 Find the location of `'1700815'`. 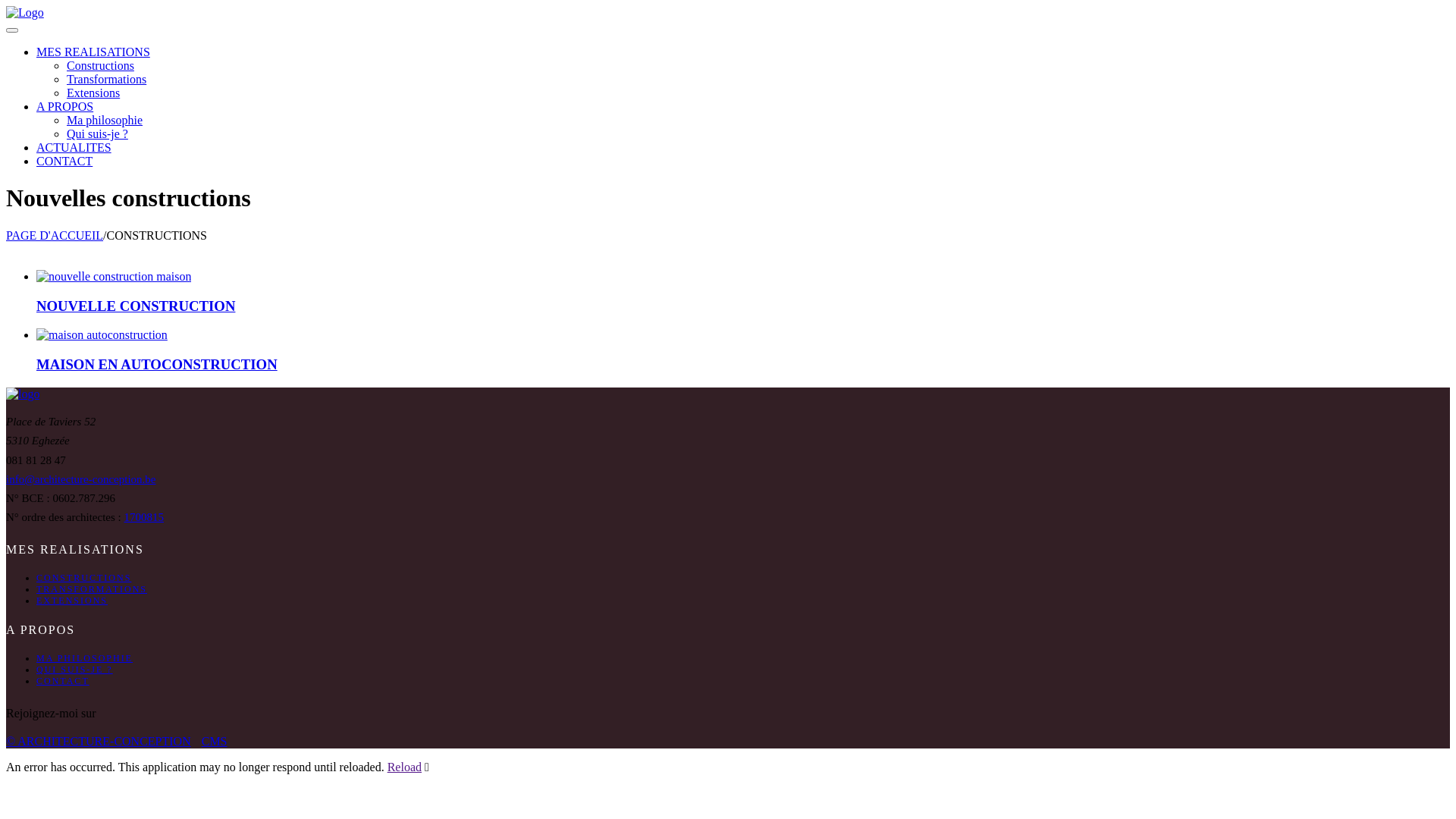

'1700815' is located at coordinates (144, 516).